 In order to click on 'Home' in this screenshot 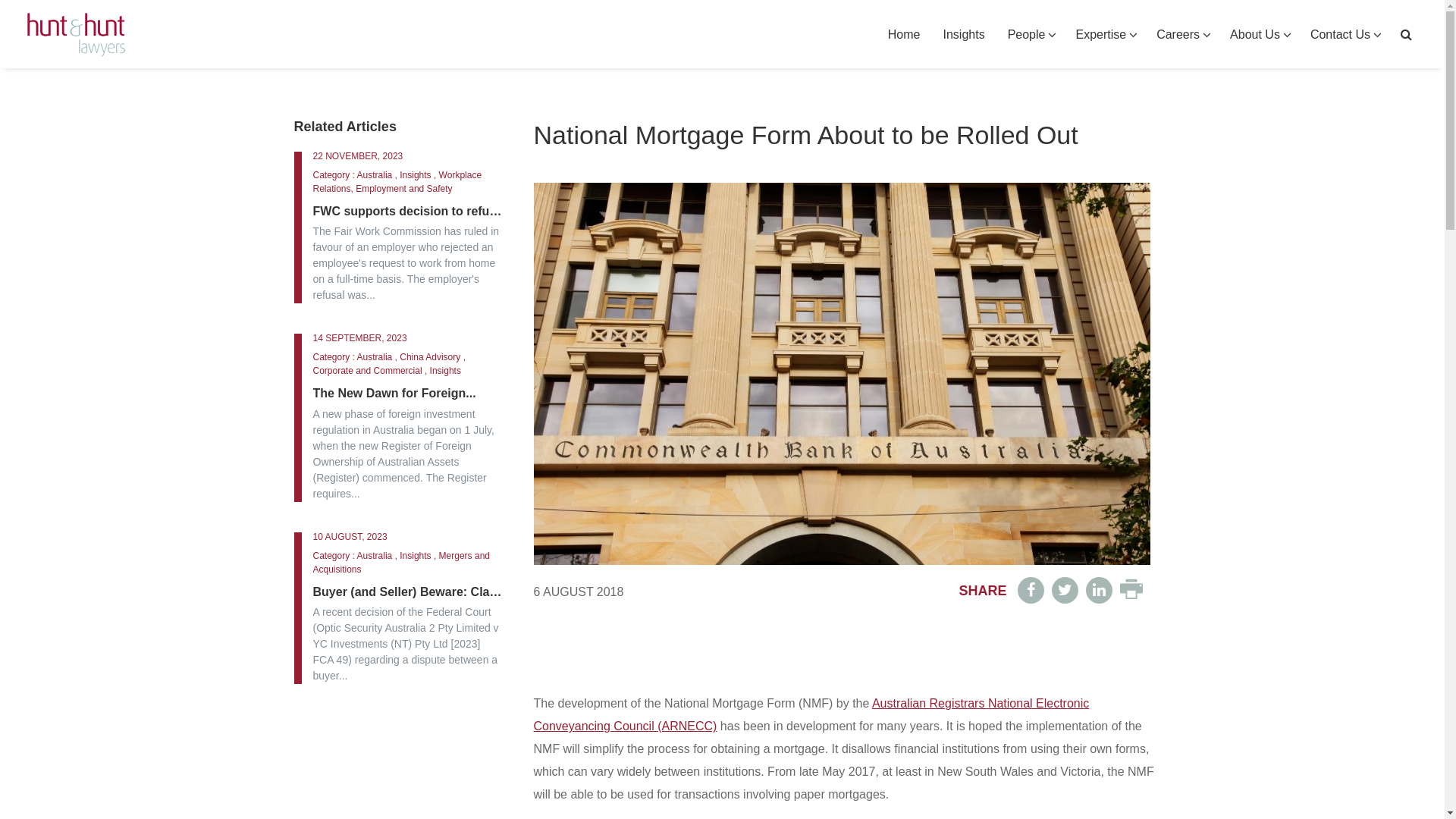, I will do `click(904, 34)`.